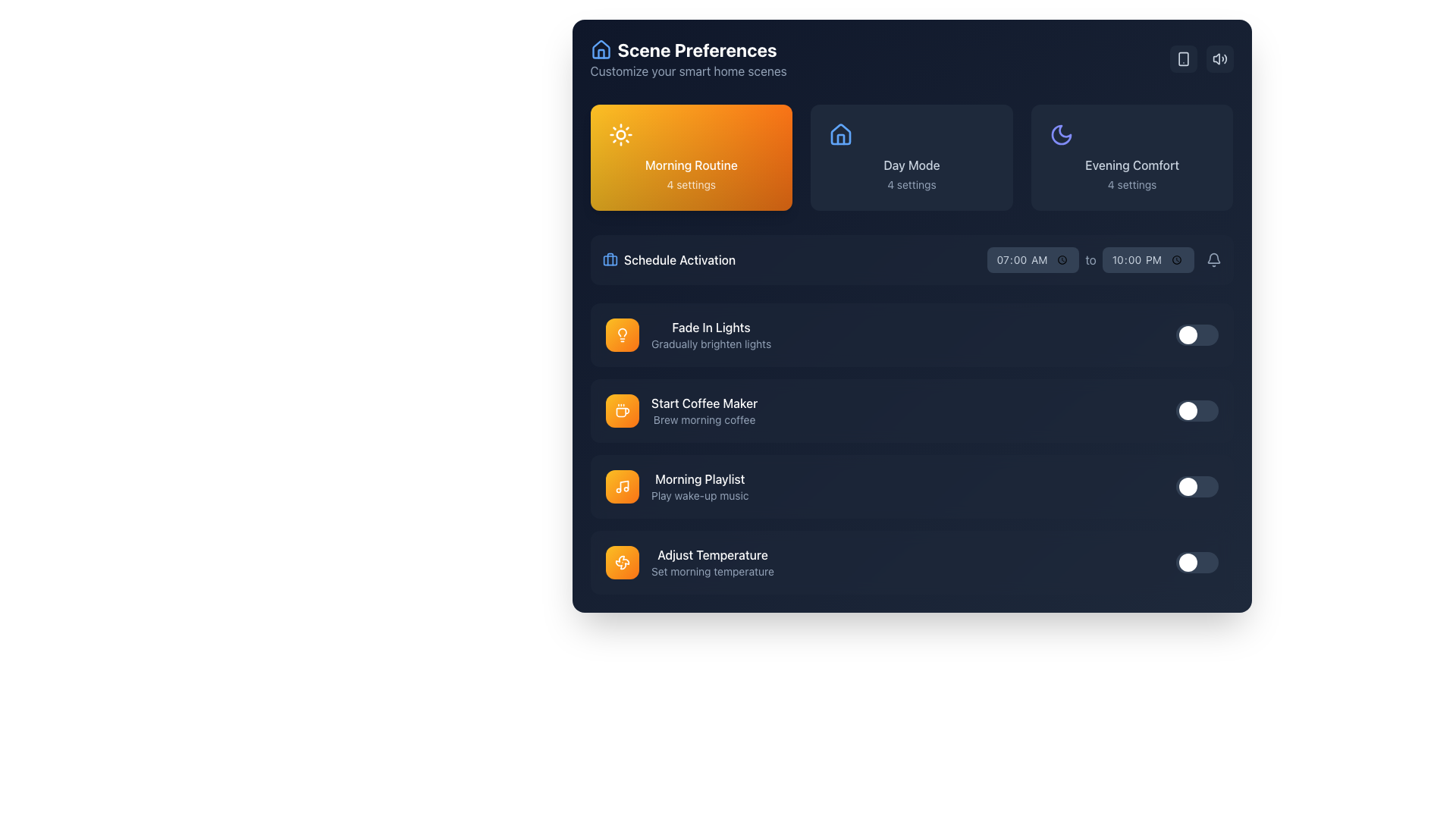 This screenshot has height=819, width=1456. Describe the element at coordinates (620, 133) in the screenshot. I see `the sun icon with a white design and yellow background located in the 'Scene Preferences' section` at that location.